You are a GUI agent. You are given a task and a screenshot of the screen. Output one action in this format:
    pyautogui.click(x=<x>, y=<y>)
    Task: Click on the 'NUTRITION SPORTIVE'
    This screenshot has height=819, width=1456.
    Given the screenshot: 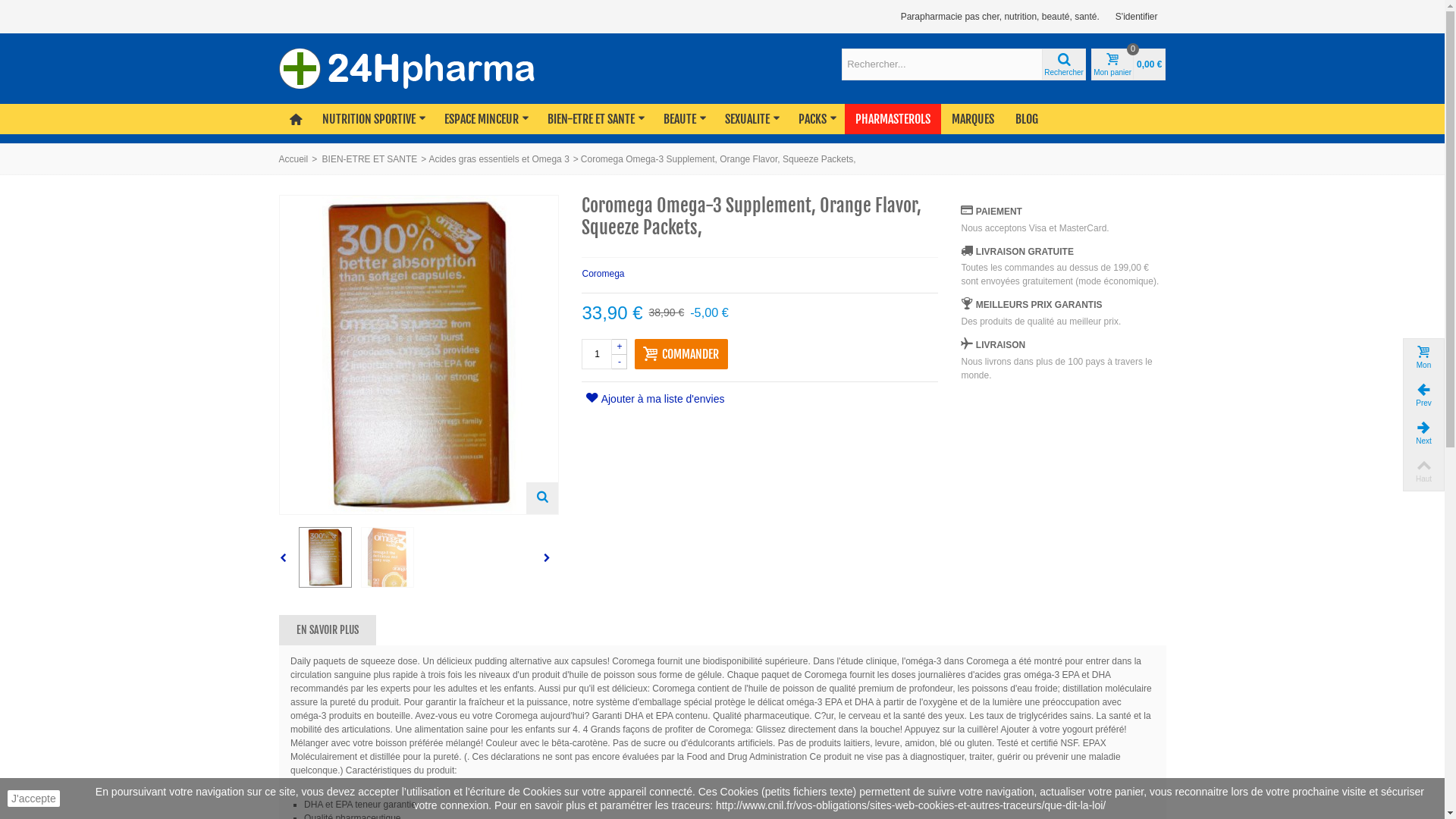 What is the action you would take?
    pyautogui.click(x=372, y=118)
    